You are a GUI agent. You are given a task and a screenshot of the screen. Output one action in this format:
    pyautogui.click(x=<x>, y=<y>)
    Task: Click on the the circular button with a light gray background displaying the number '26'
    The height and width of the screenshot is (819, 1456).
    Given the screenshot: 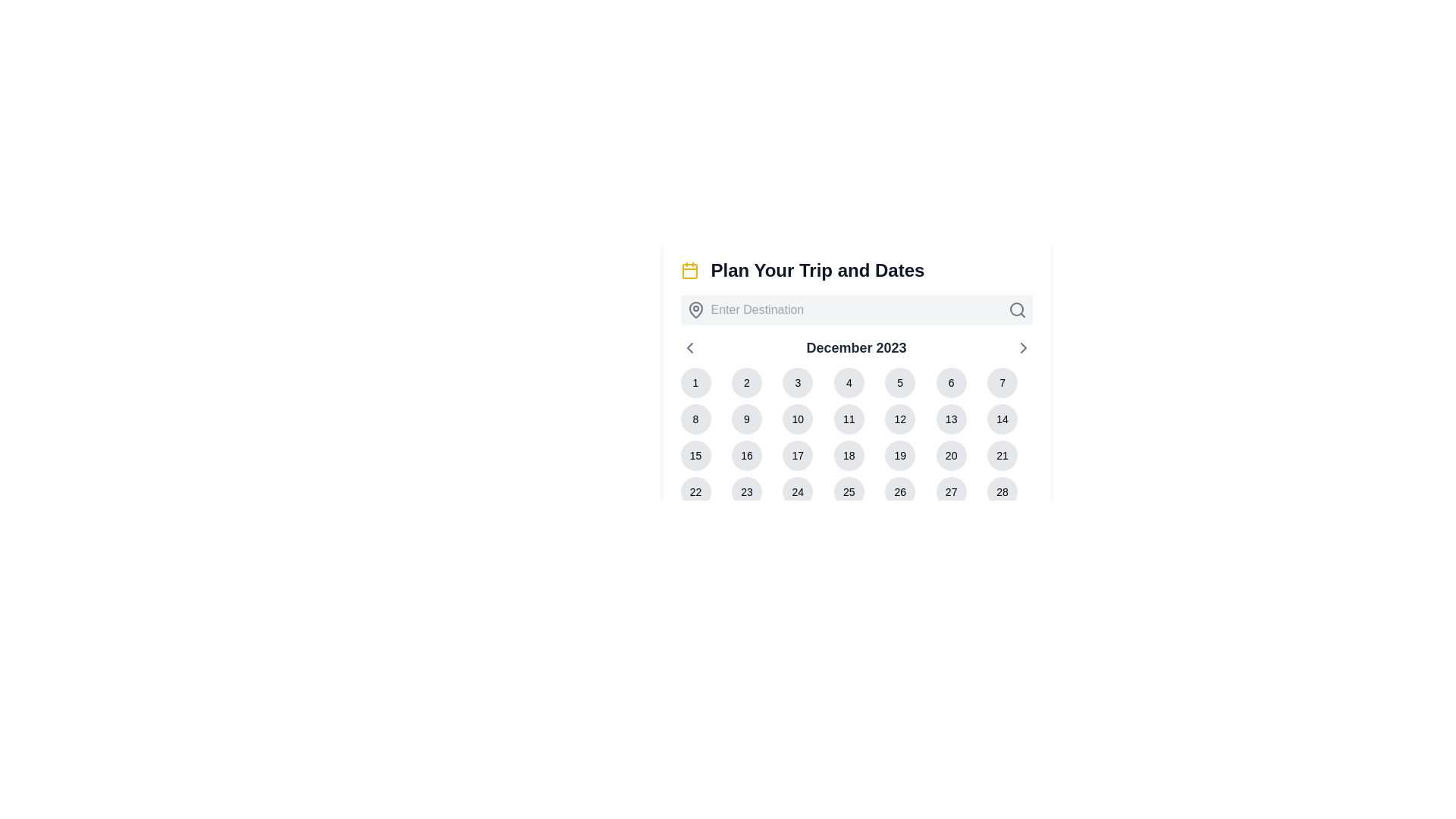 What is the action you would take?
    pyautogui.click(x=900, y=491)
    